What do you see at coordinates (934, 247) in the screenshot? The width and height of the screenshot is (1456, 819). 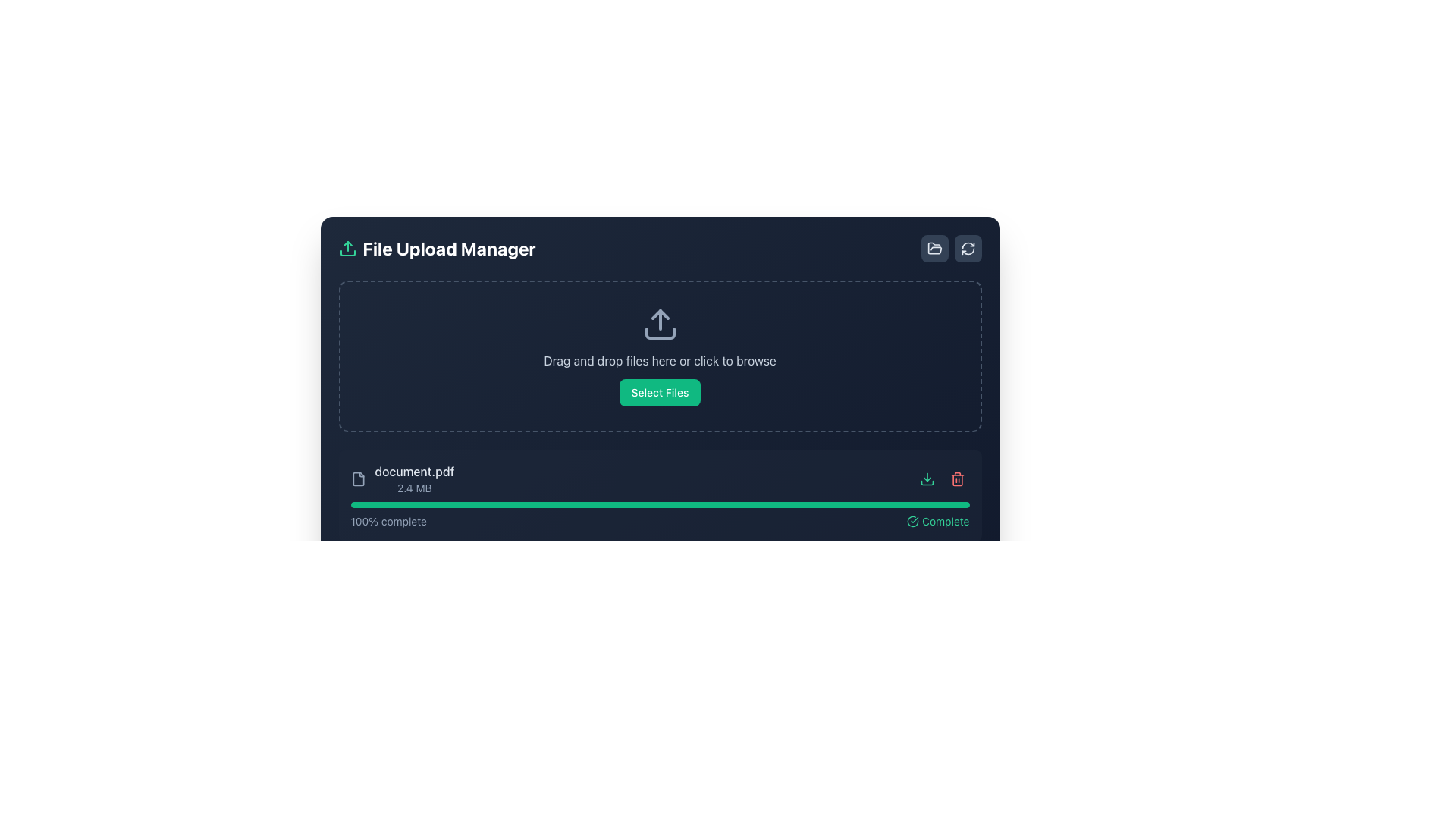 I see `the button with a dark slate background and an open folder icon located at the upper-right corner of the file manager interface to trigger hover styles` at bounding box center [934, 247].